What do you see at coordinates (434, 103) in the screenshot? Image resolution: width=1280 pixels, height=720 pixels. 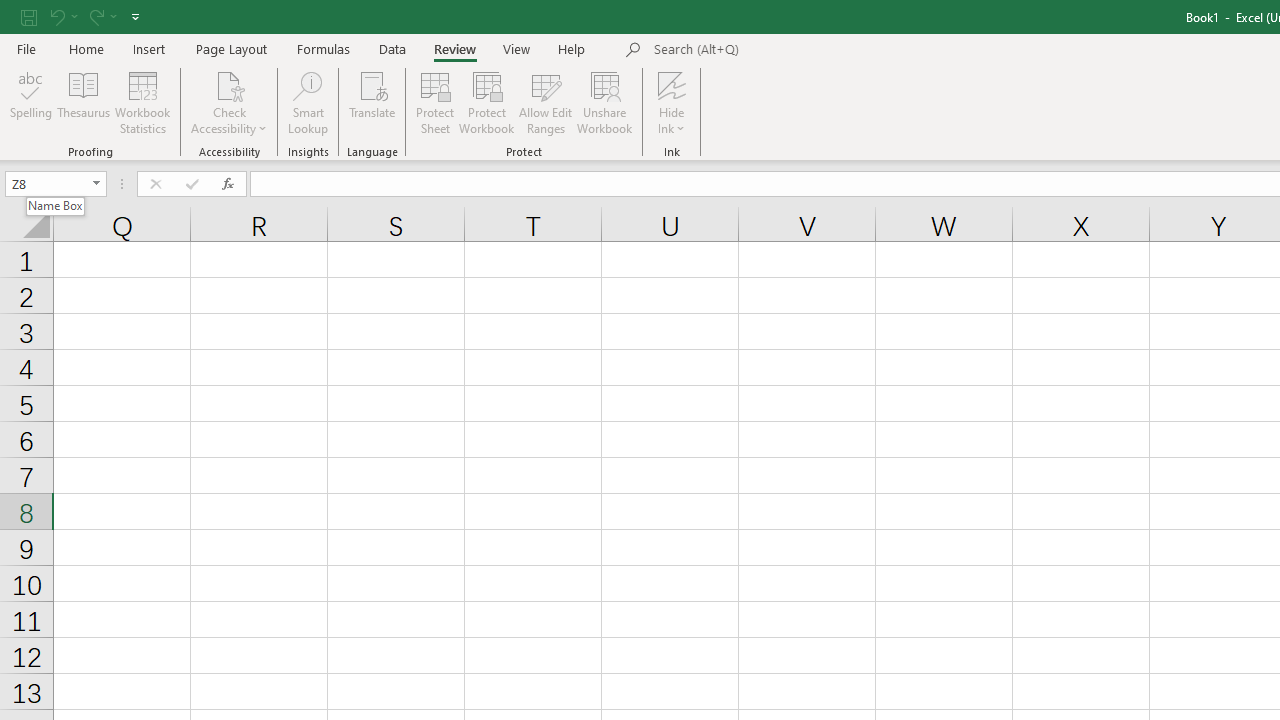 I see `'Protect Sheet...'` at bounding box center [434, 103].